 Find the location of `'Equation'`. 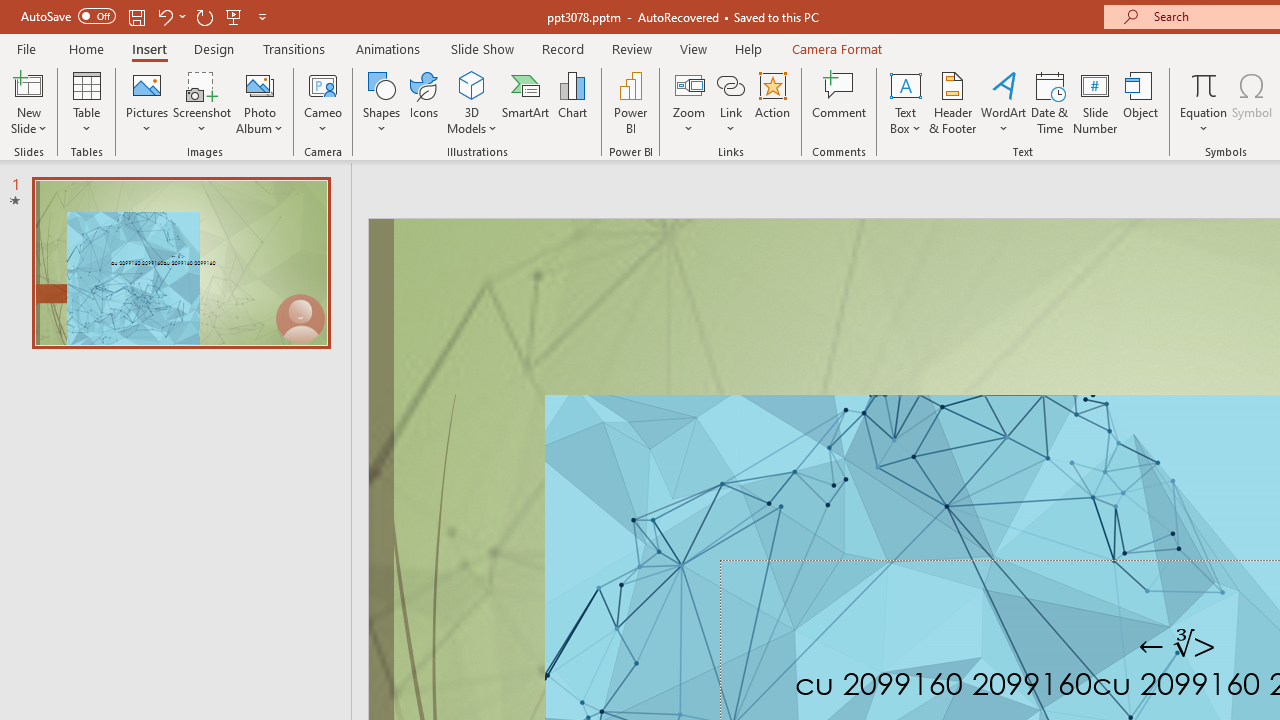

'Equation' is located at coordinates (1202, 84).